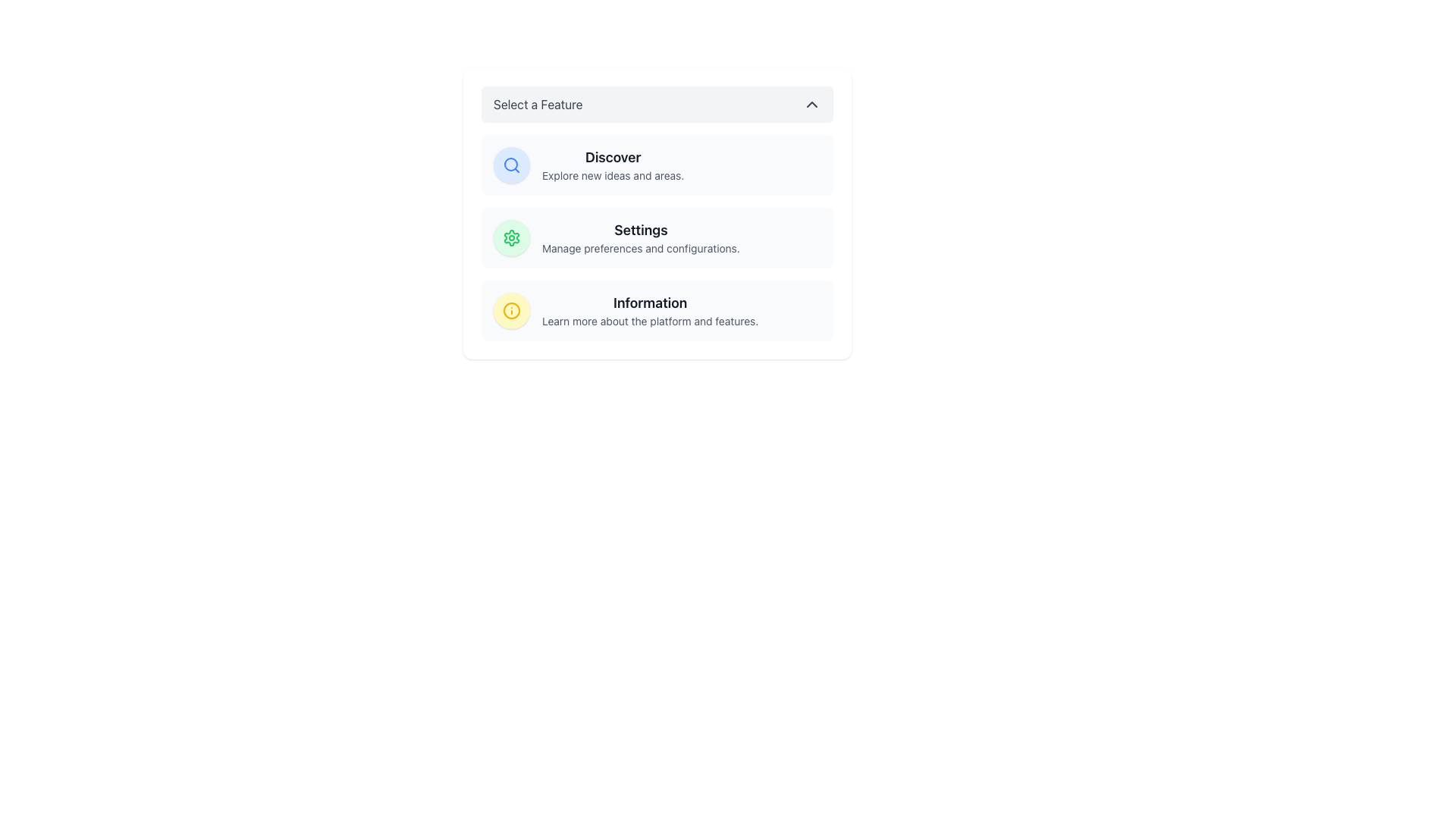 The height and width of the screenshot is (819, 1456). What do you see at coordinates (657, 309) in the screenshot?
I see `the third List Group Item in the vertical list of options` at bounding box center [657, 309].